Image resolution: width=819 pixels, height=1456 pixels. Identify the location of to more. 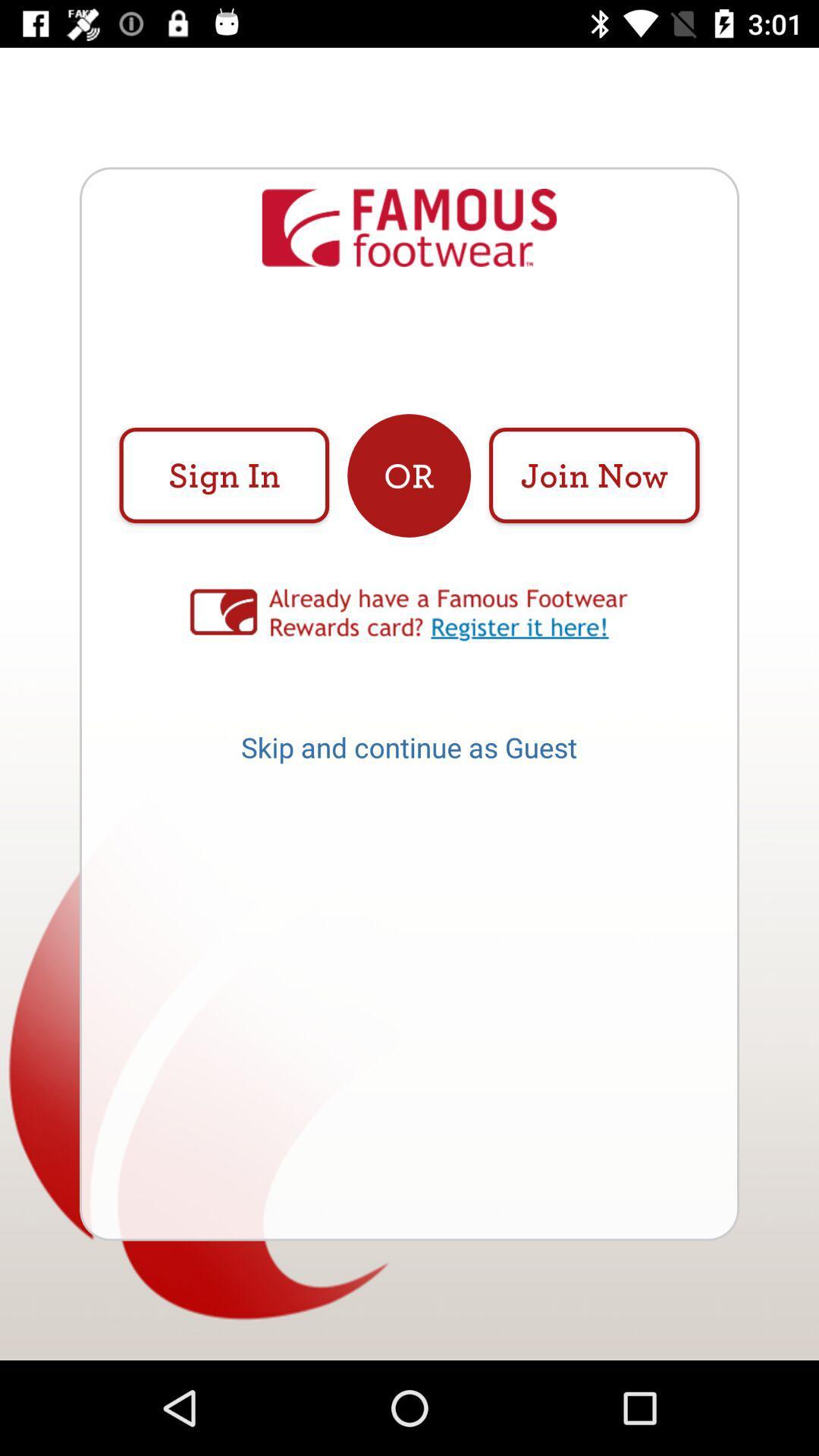
(409, 615).